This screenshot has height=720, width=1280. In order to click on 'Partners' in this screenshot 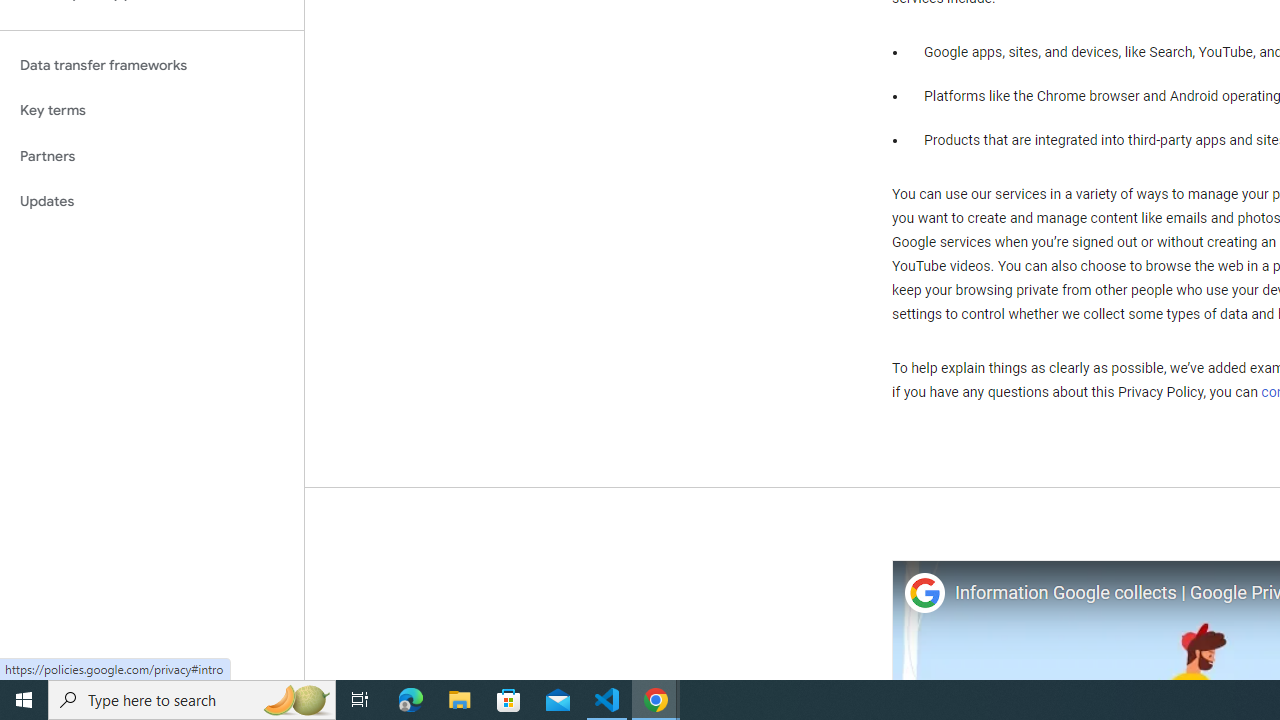, I will do `click(151, 155)`.